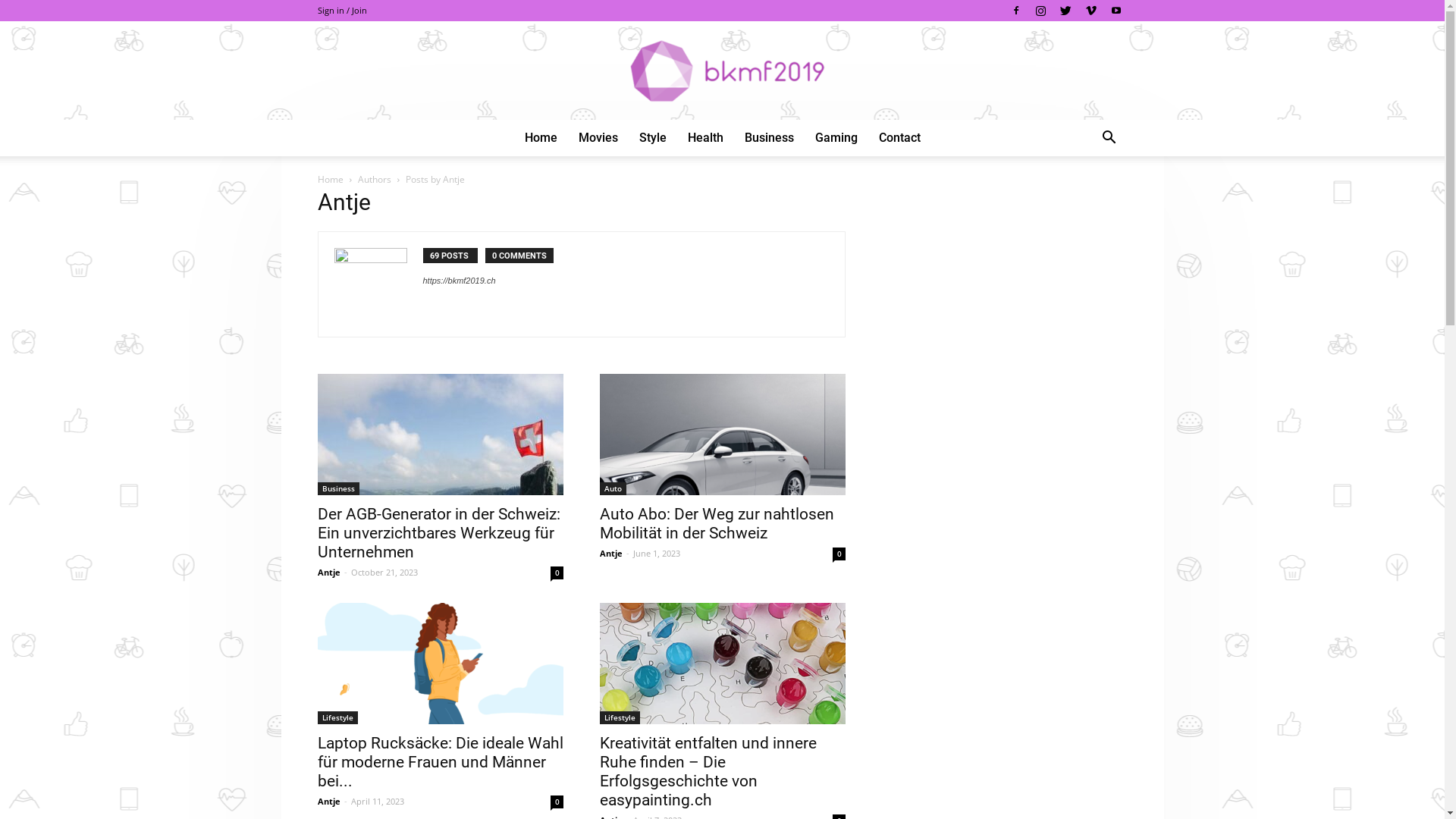  What do you see at coordinates (1090, 11) in the screenshot?
I see `'Vimeo'` at bounding box center [1090, 11].